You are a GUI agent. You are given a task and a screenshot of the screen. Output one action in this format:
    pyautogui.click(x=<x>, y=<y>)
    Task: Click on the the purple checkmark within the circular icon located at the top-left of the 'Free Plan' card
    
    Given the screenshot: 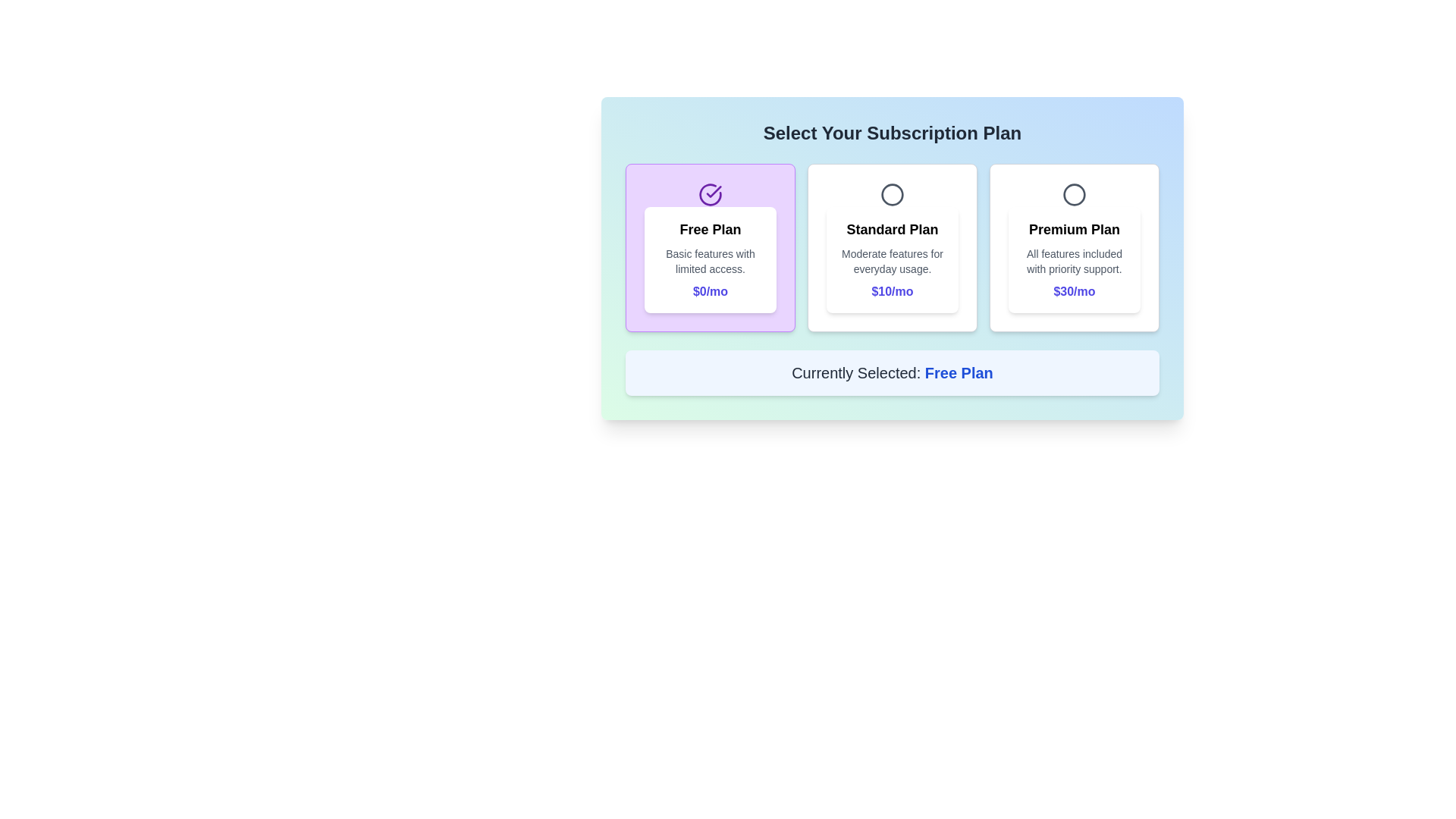 What is the action you would take?
    pyautogui.click(x=713, y=191)
    